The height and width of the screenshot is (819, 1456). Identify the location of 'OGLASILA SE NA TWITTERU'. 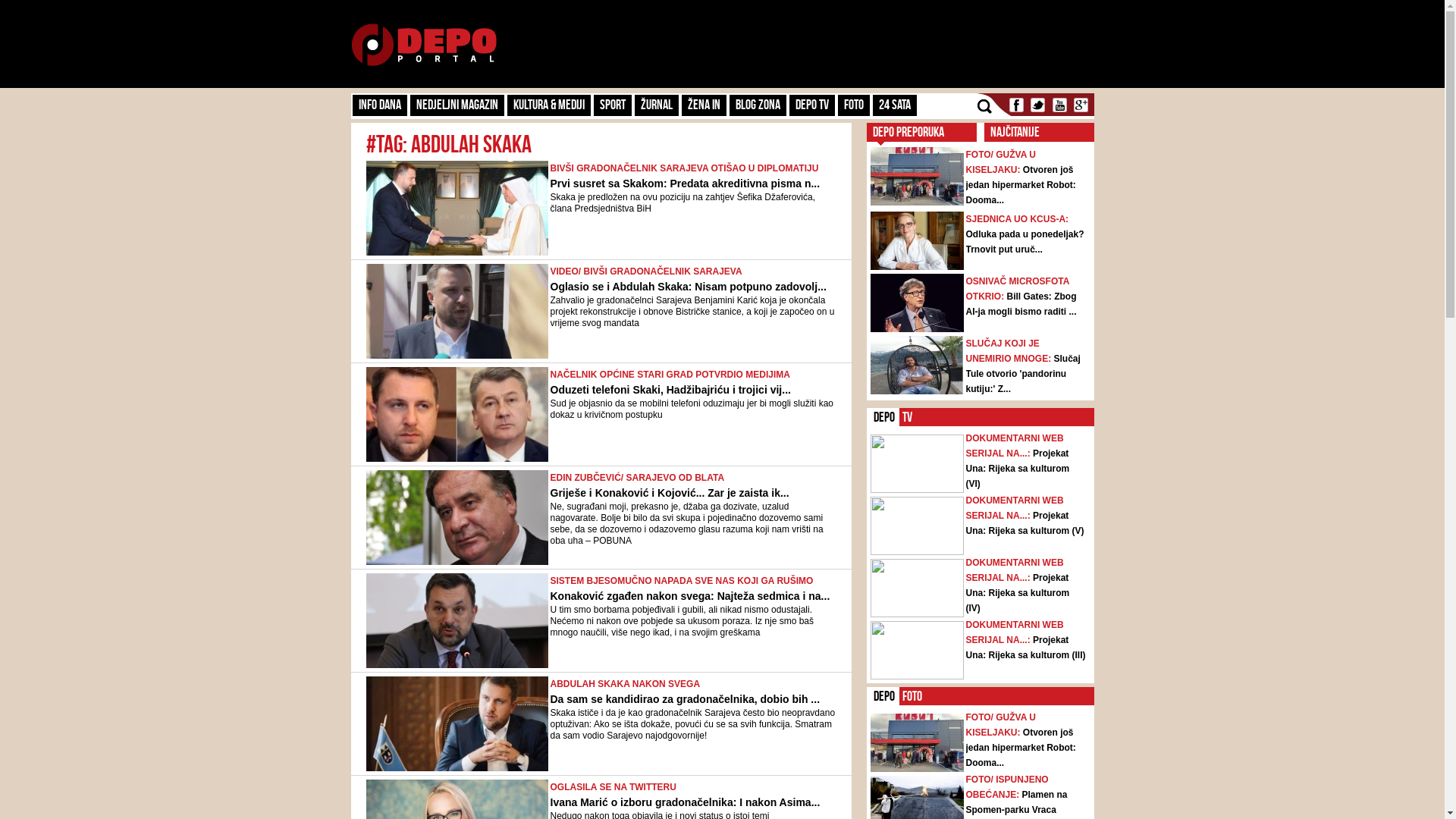
(613, 786).